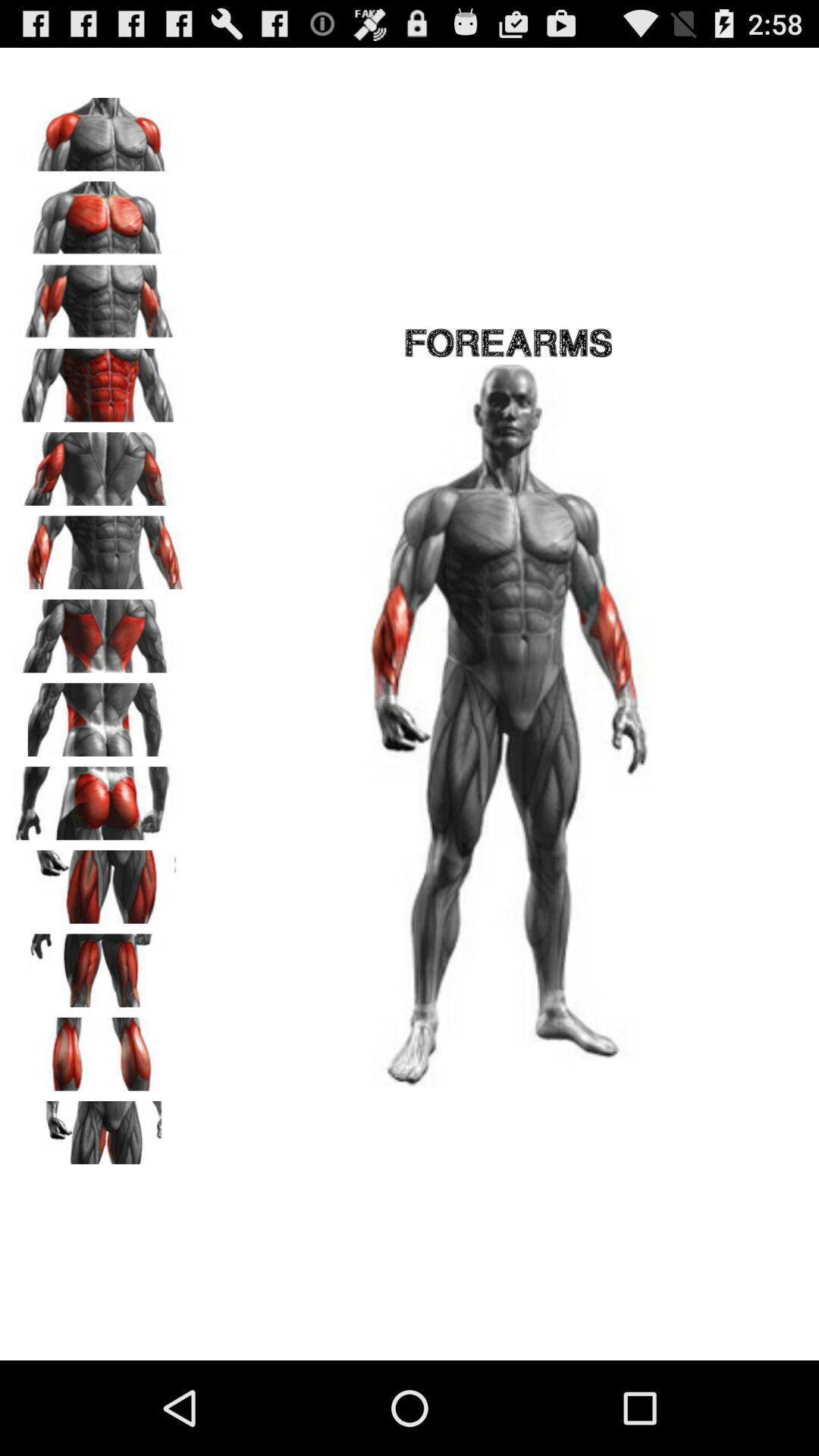  I want to click on body part, so click(99, 212).